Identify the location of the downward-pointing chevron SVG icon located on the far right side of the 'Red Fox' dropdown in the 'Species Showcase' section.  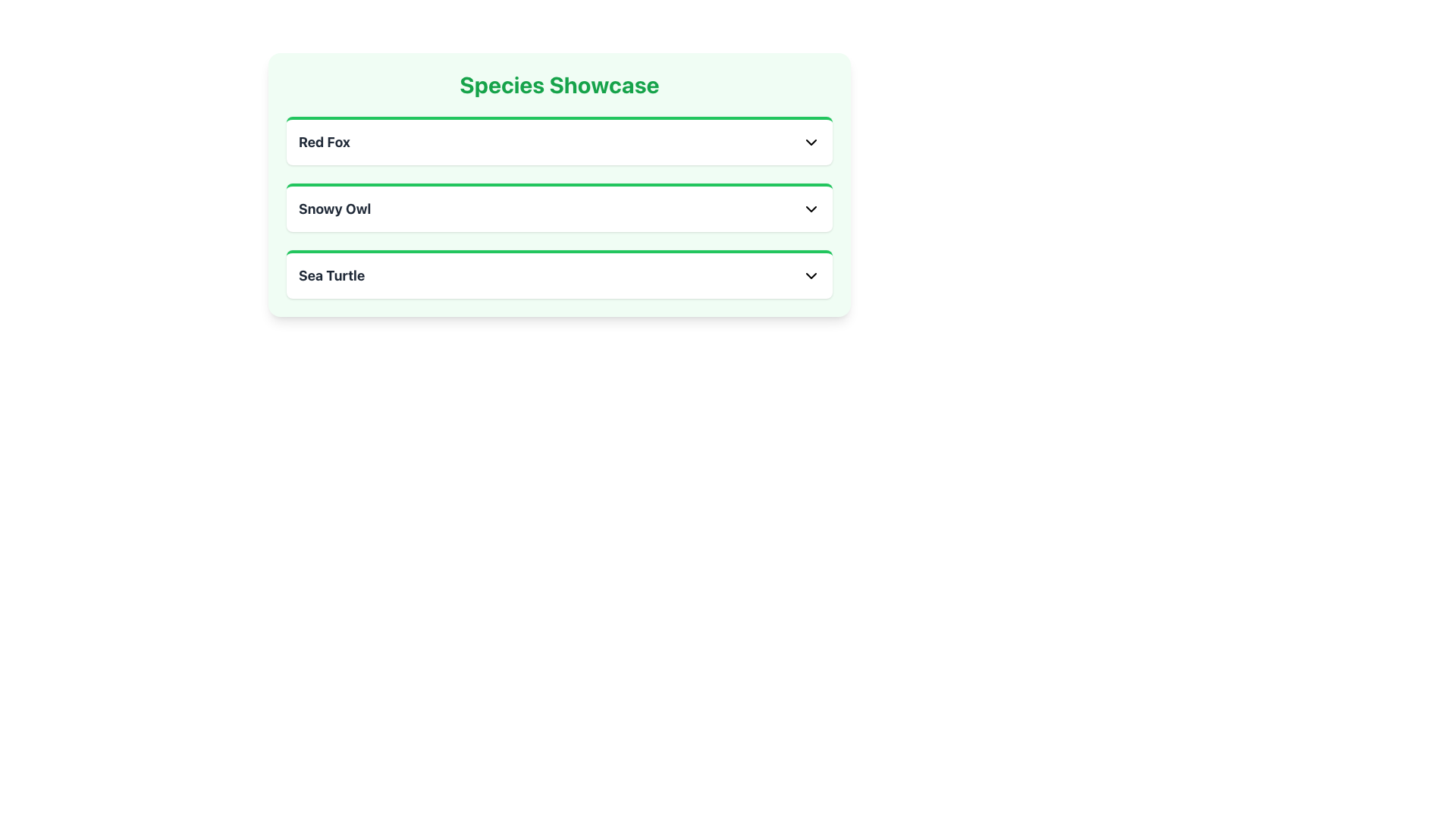
(811, 143).